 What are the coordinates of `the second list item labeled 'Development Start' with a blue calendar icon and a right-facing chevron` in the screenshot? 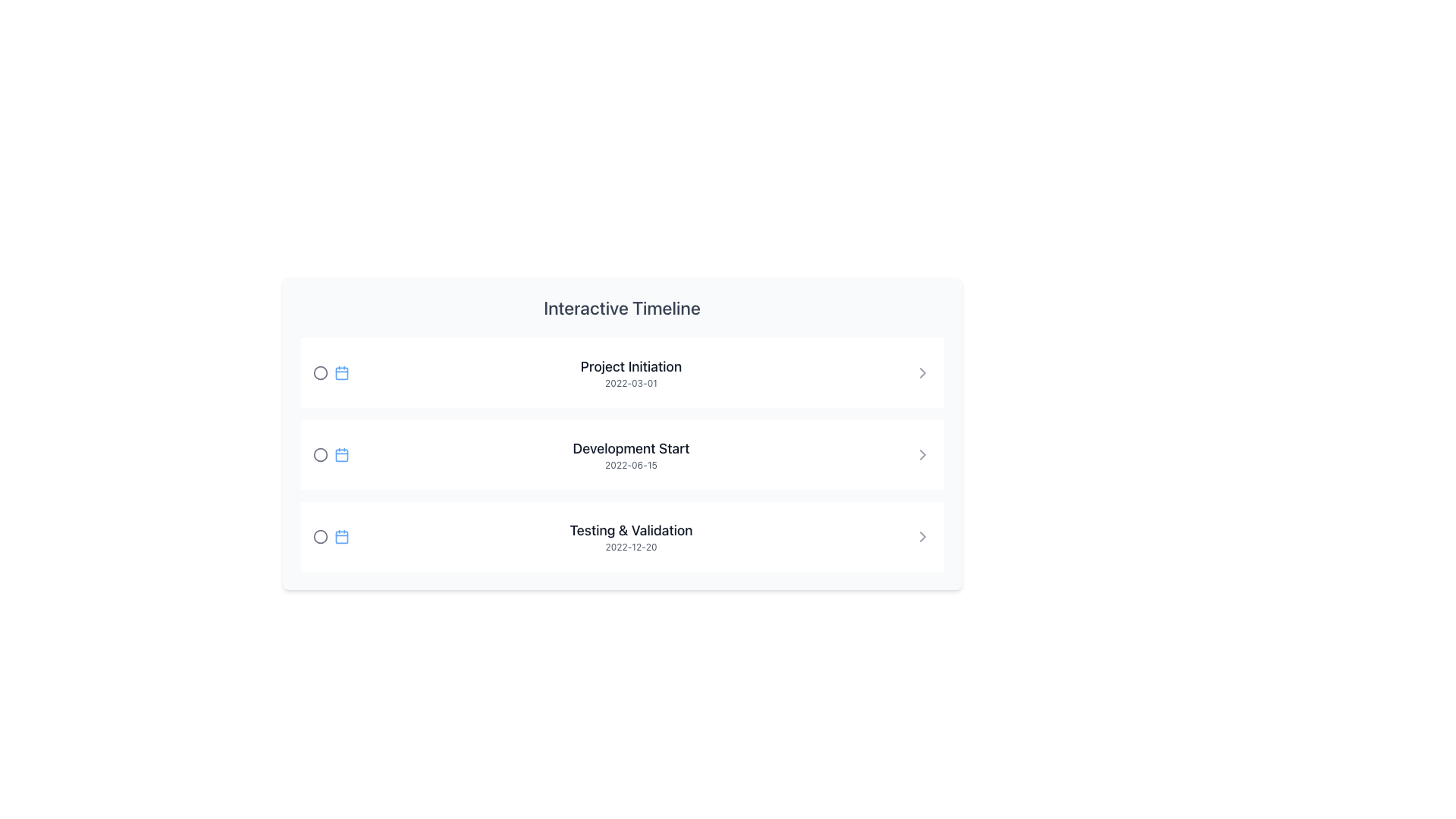 It's located at (622, 454).